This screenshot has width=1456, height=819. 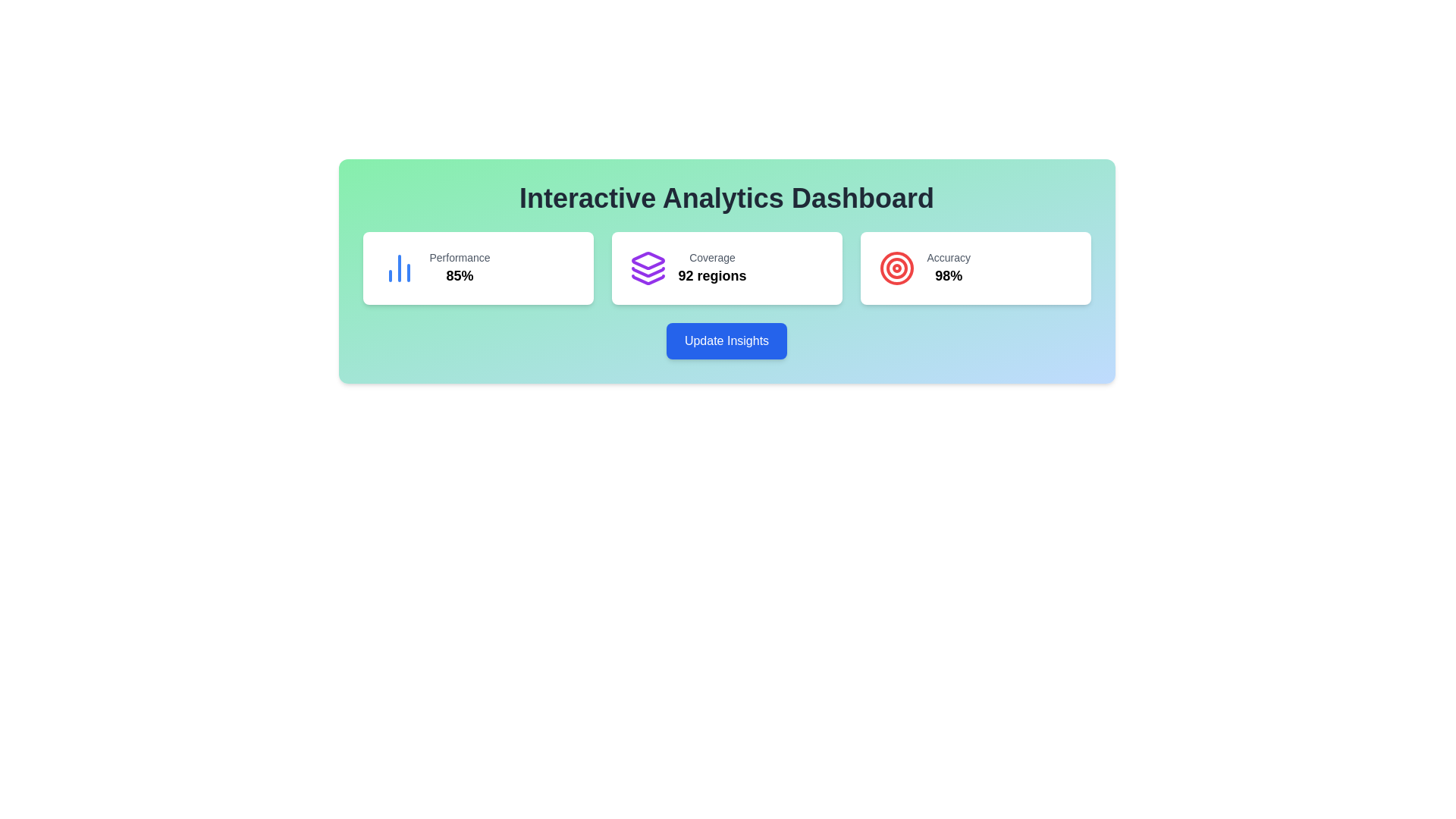 I want to click on the 'Accuracy' metric icon located in the rightmost card of the dashboard interface, slightly to the left of the text 'Accuracy 98%' and vertically centered, so click(x=896, y=268).